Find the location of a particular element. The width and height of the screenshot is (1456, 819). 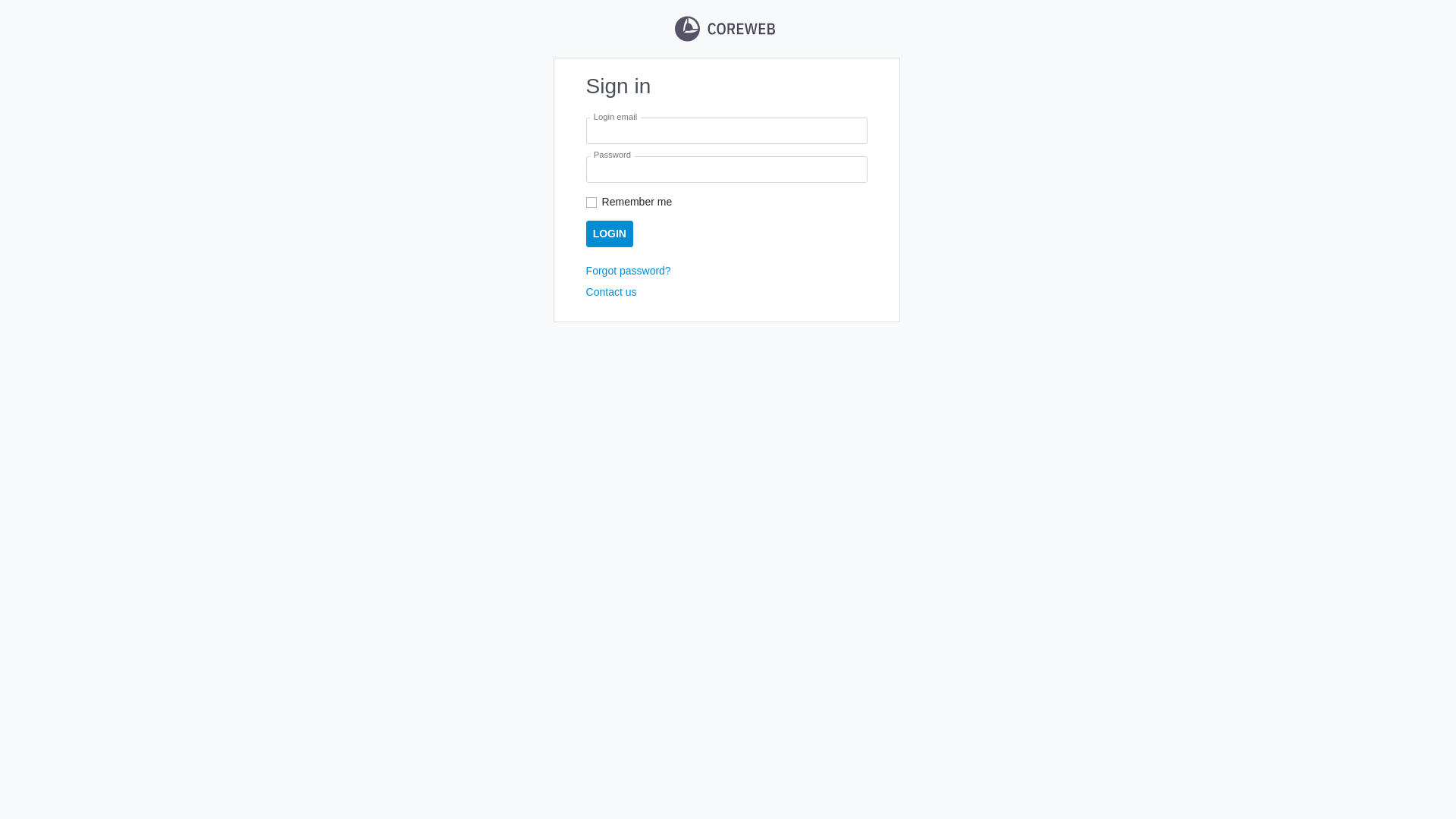

'Forgot password?' is located at coordinates (629, 270).